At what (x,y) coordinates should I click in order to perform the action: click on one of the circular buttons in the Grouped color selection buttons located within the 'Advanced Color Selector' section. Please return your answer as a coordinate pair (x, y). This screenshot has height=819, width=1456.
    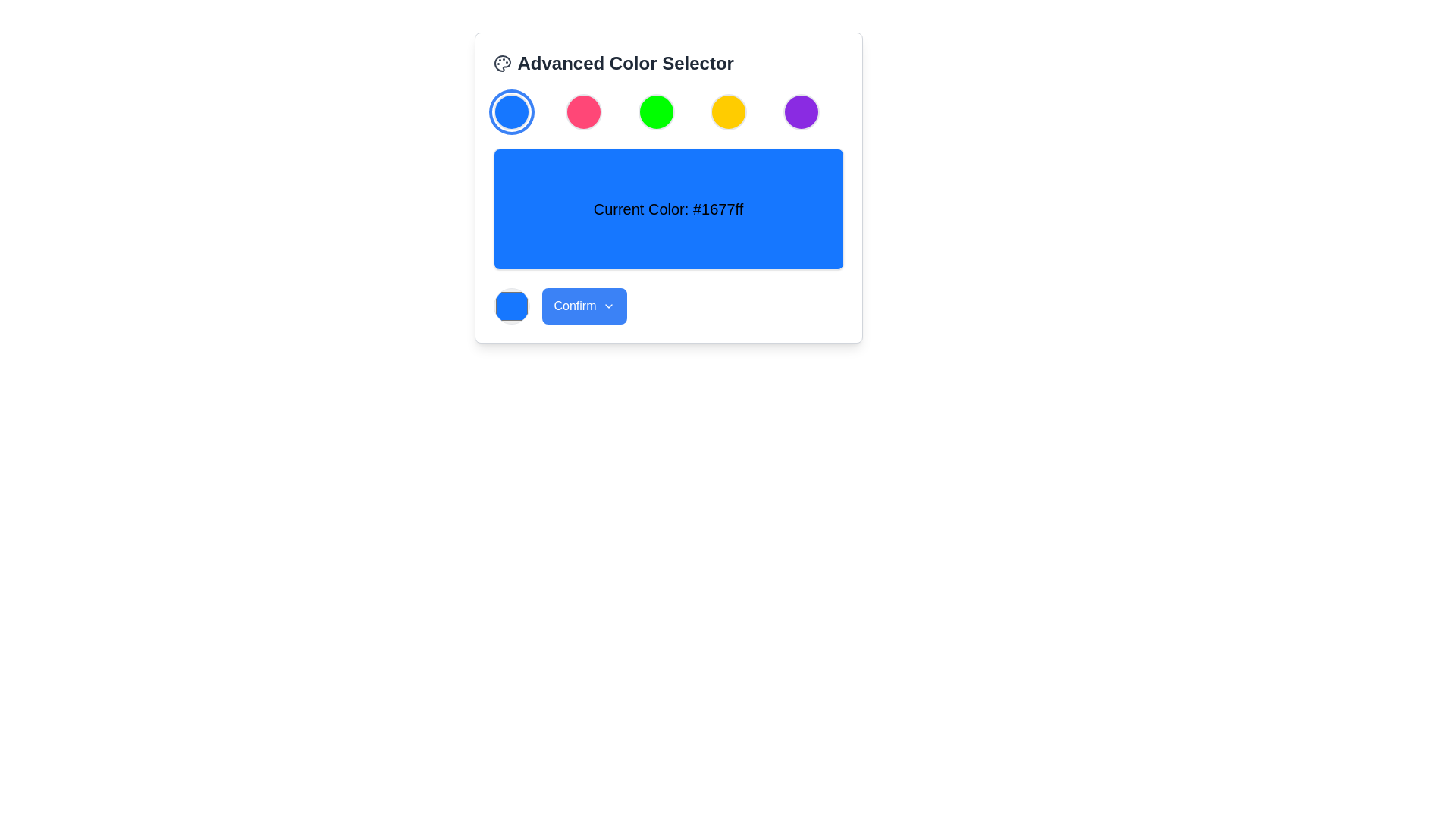
    Looking at the image, I should click on (667, 111).